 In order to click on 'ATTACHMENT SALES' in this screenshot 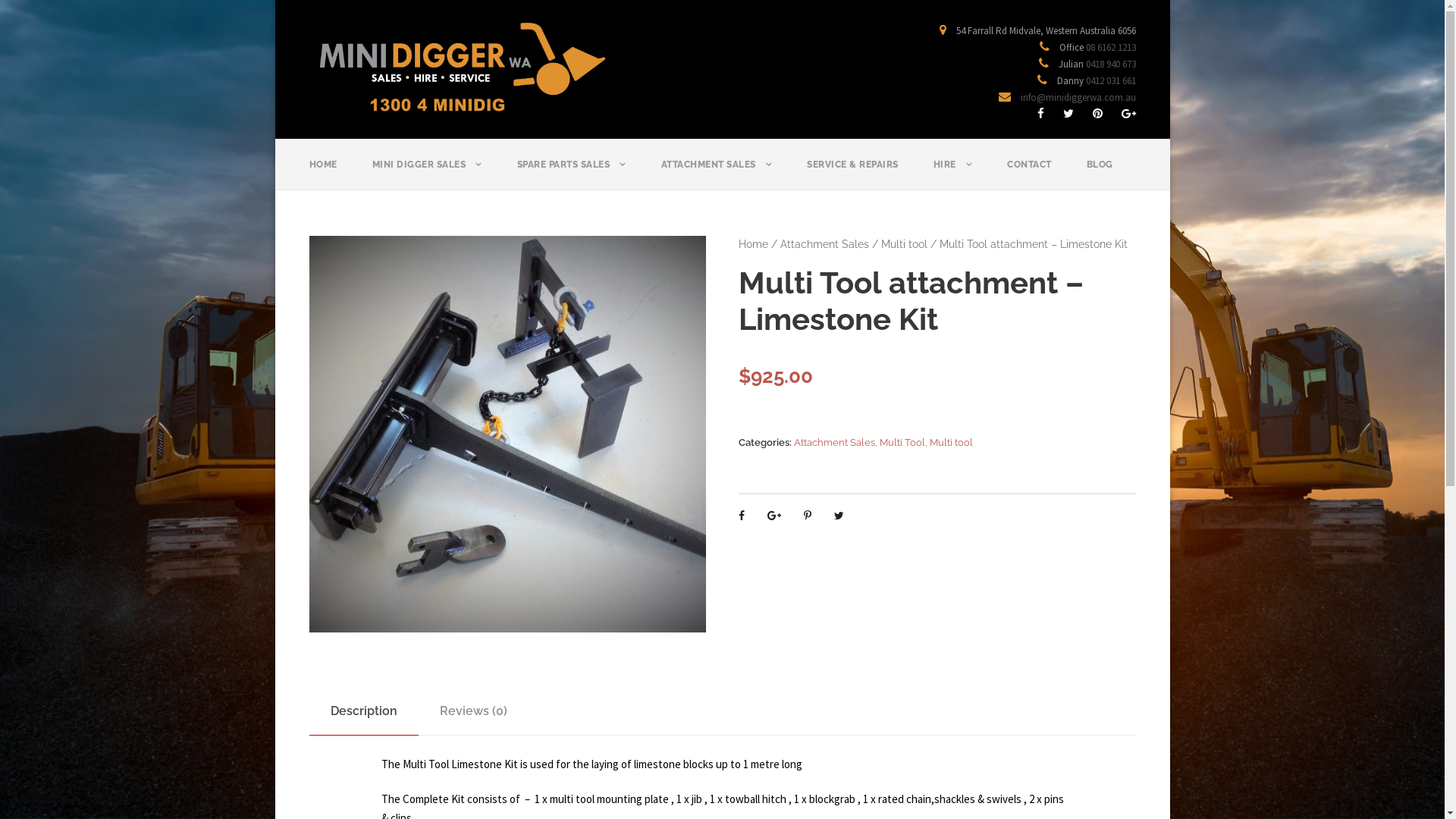, I will do `click(661, 172)`.